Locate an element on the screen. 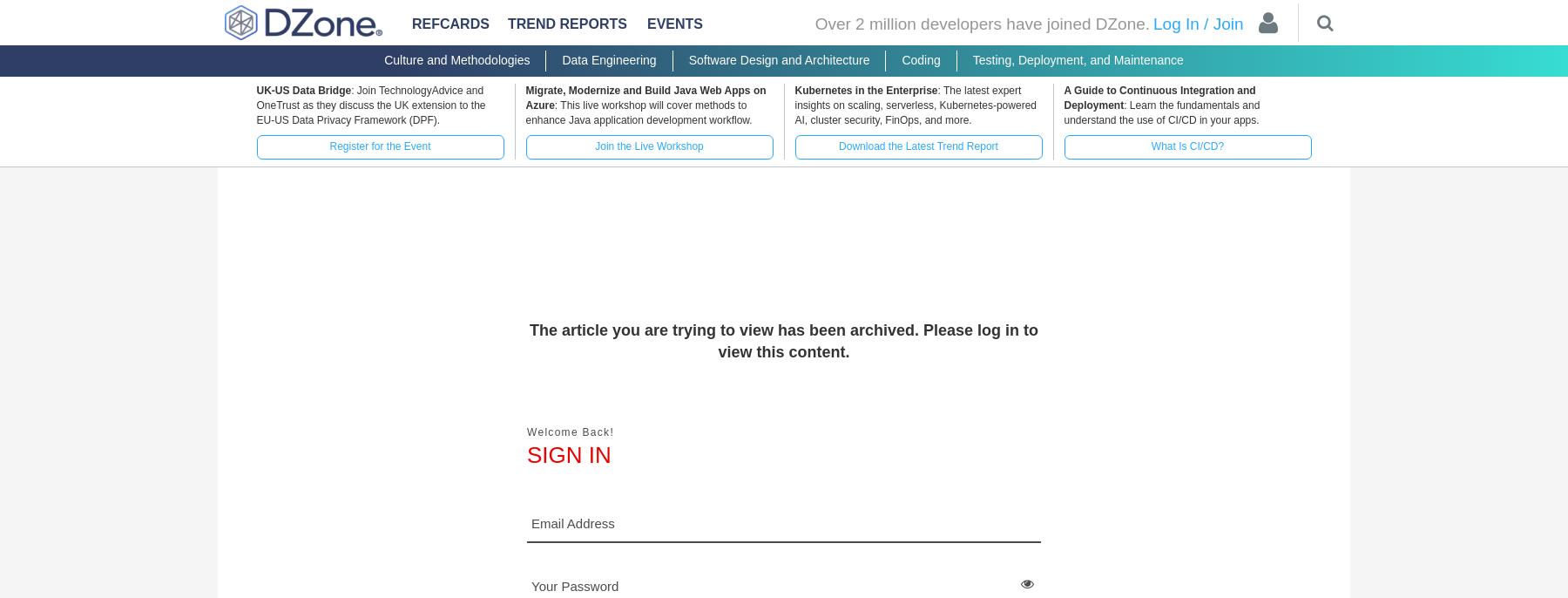 The image size is (1568, 598). 'Migrate, Modernize and Build Java Web Apps on Azure' is located at coordinates (645, 97).